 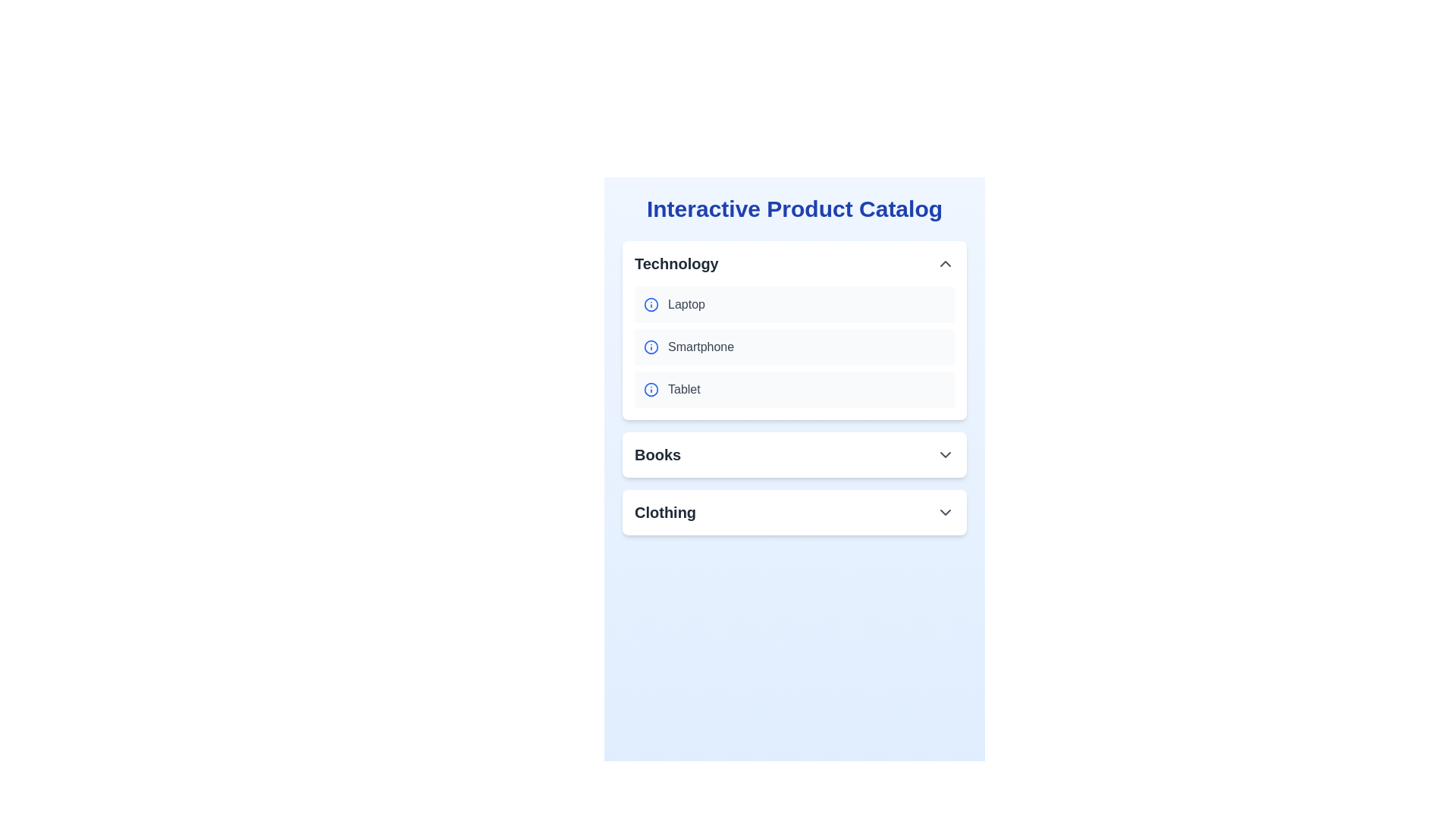 I want to click on the 'Clothing' category label within the dropdown menu labeled 'Books', so click(x=665, y=512).